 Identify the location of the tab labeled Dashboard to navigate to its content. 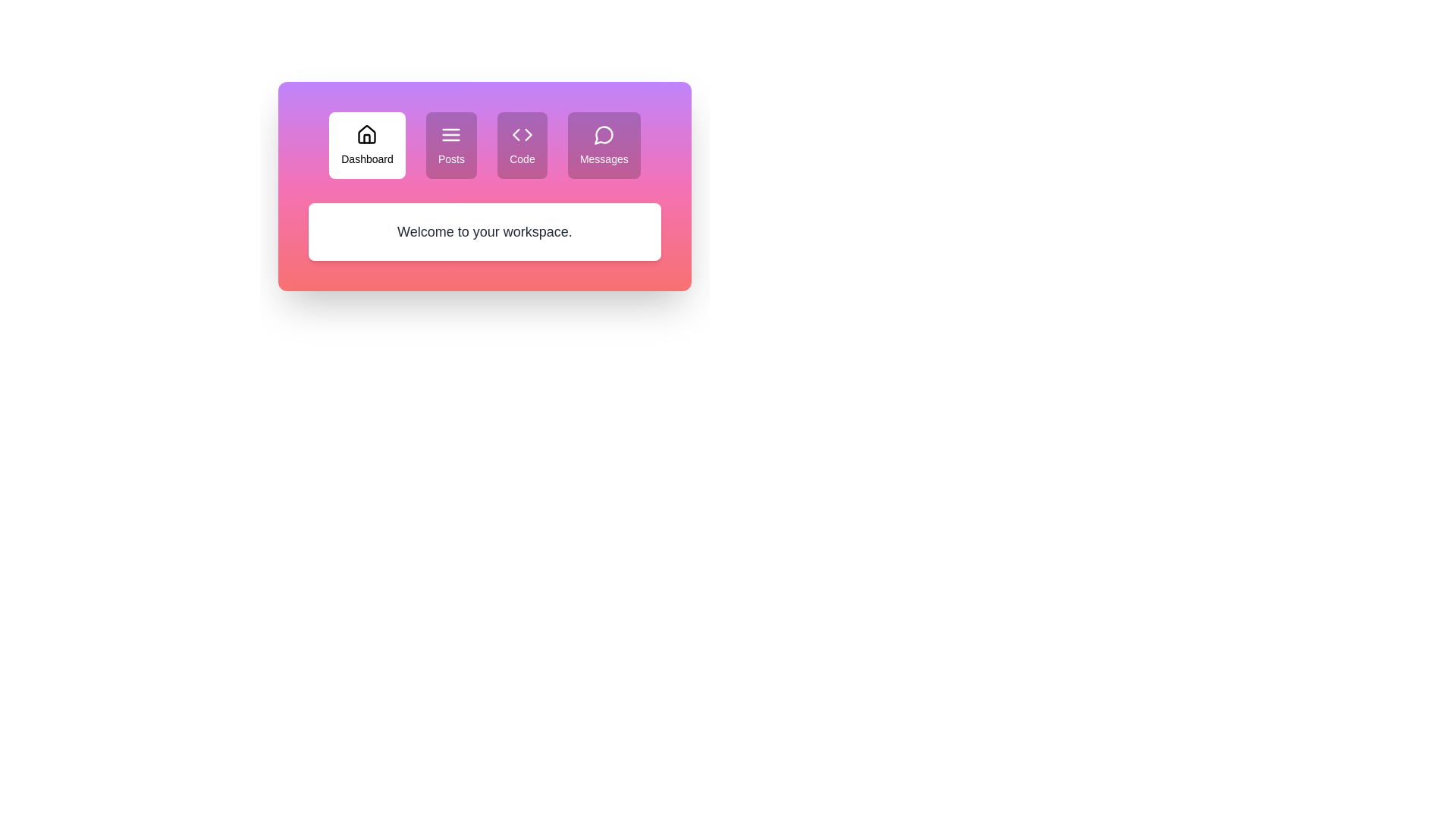
(367, 146).